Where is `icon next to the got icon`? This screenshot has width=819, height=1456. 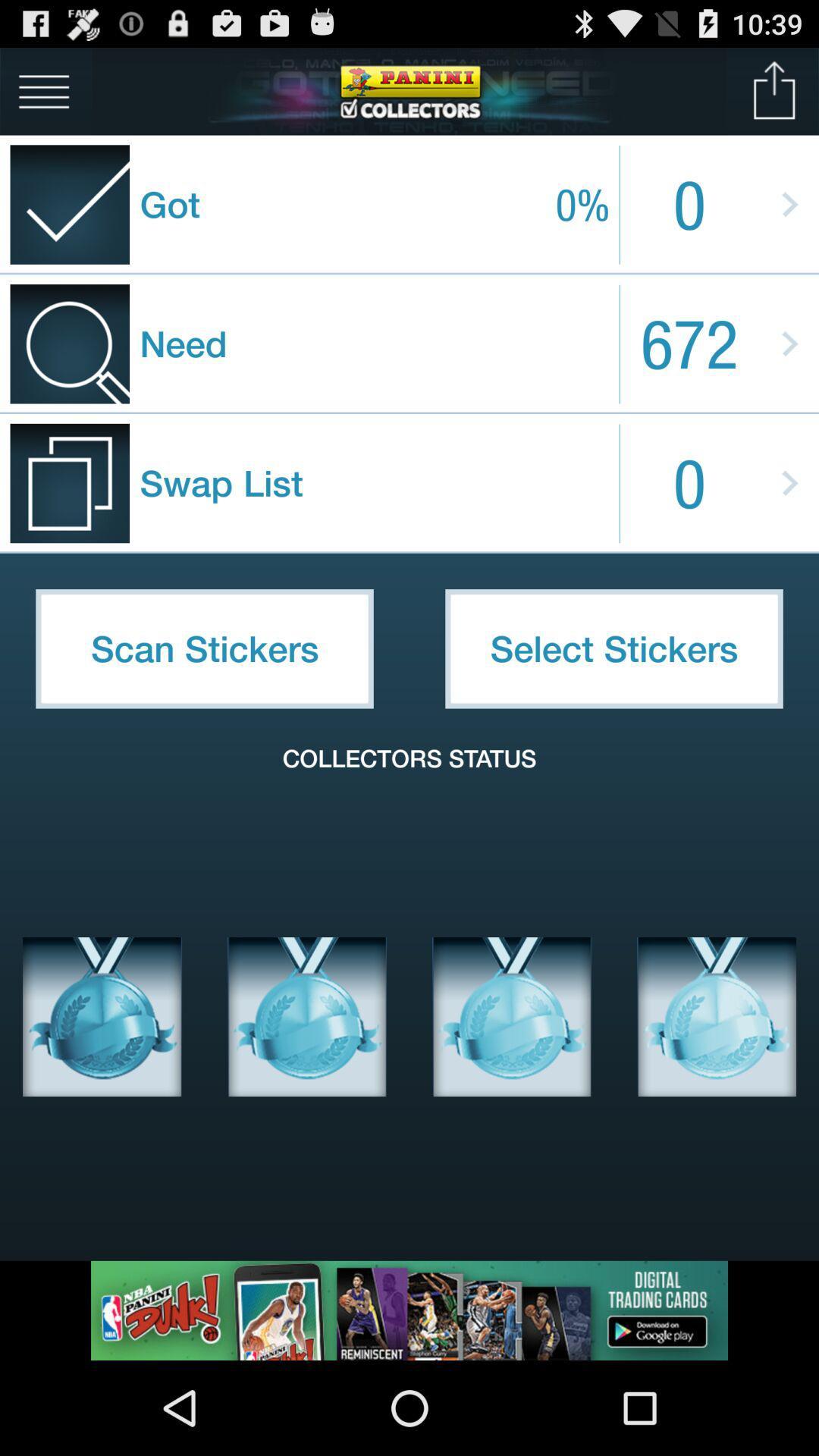 icon next to the got icon is located at coordinates (43, 90).